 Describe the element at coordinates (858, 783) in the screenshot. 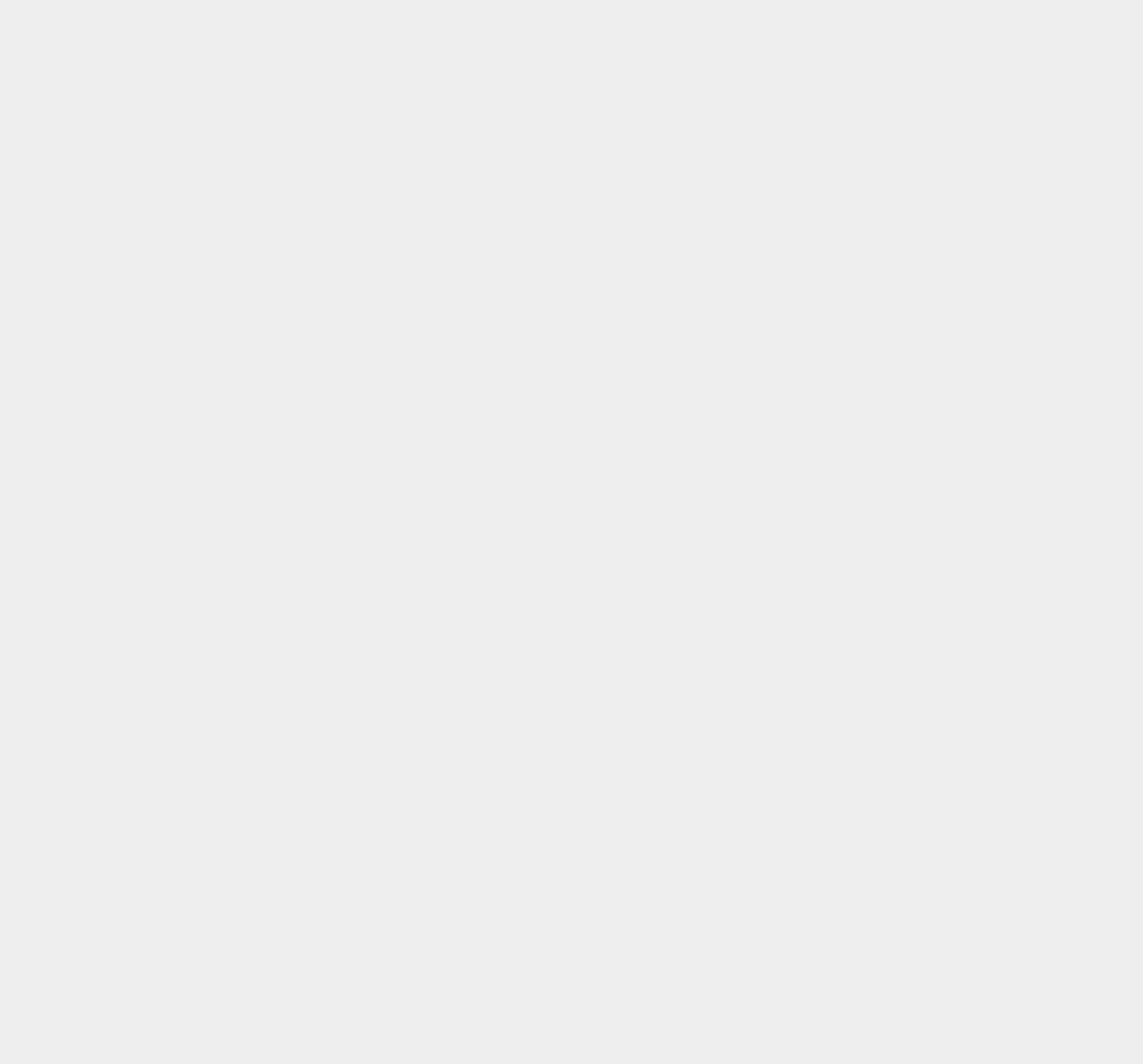

I see `'Gaming Console'` at that location.